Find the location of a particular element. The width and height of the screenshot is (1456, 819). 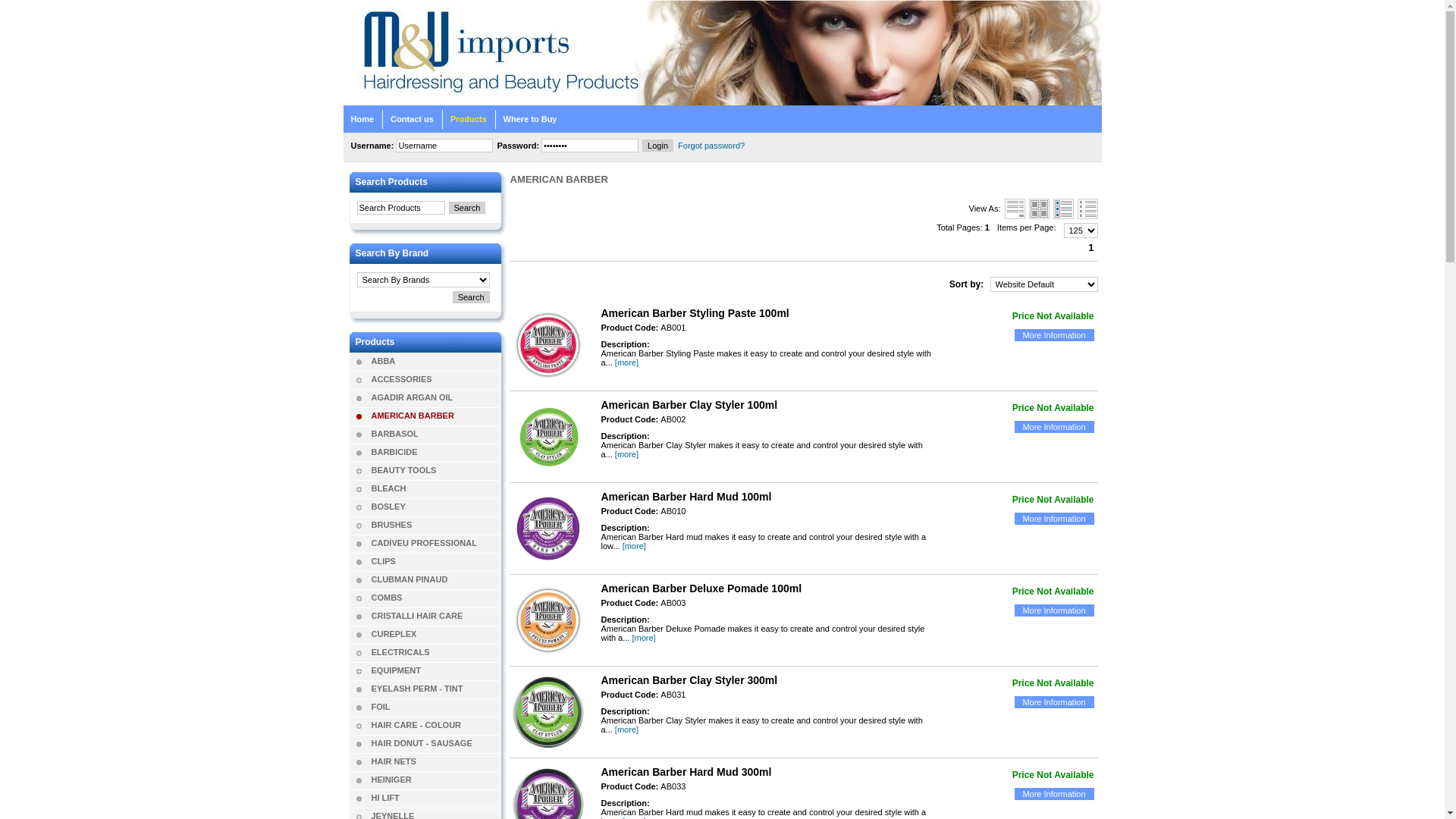

'Forgot password?' is located at coordinates (710, 146).